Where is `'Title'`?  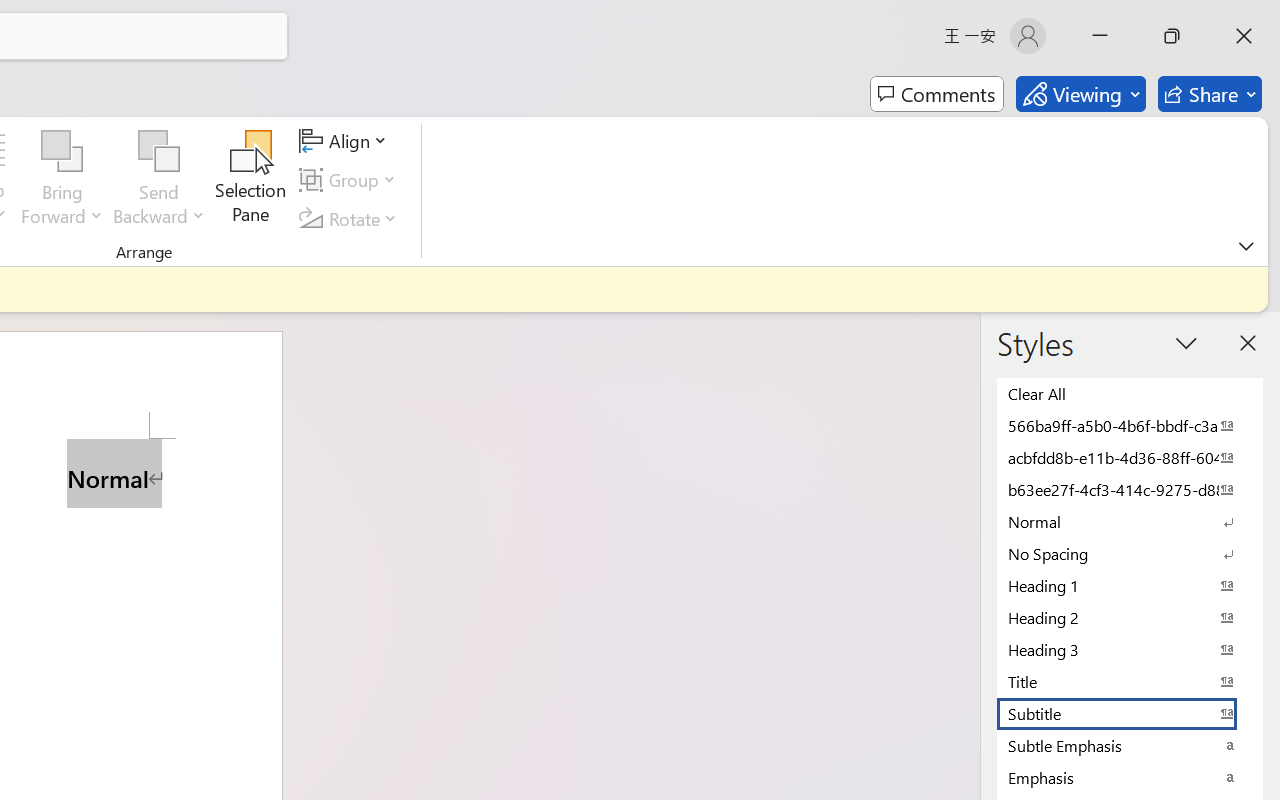
'Title' is located at coordinates (1130, 681).